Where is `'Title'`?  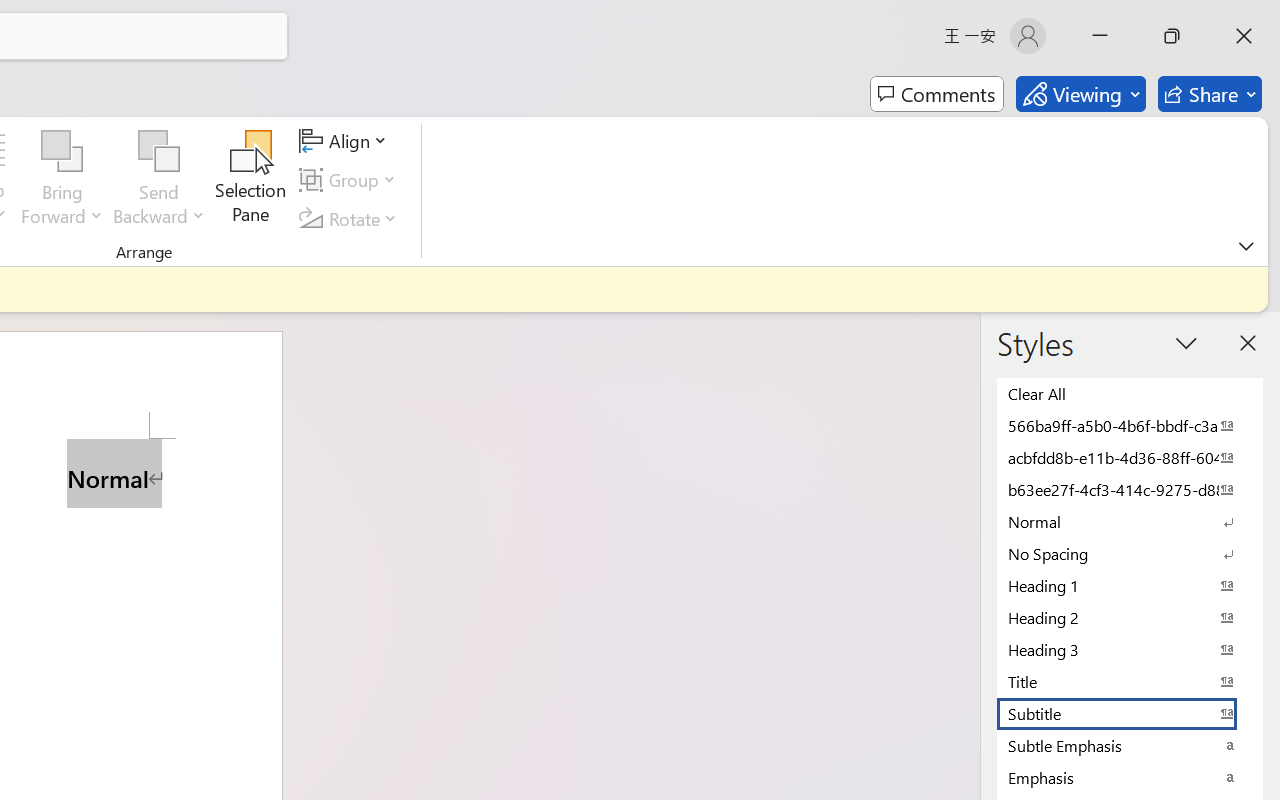
'Title' is located at coordinates (1130, 681).